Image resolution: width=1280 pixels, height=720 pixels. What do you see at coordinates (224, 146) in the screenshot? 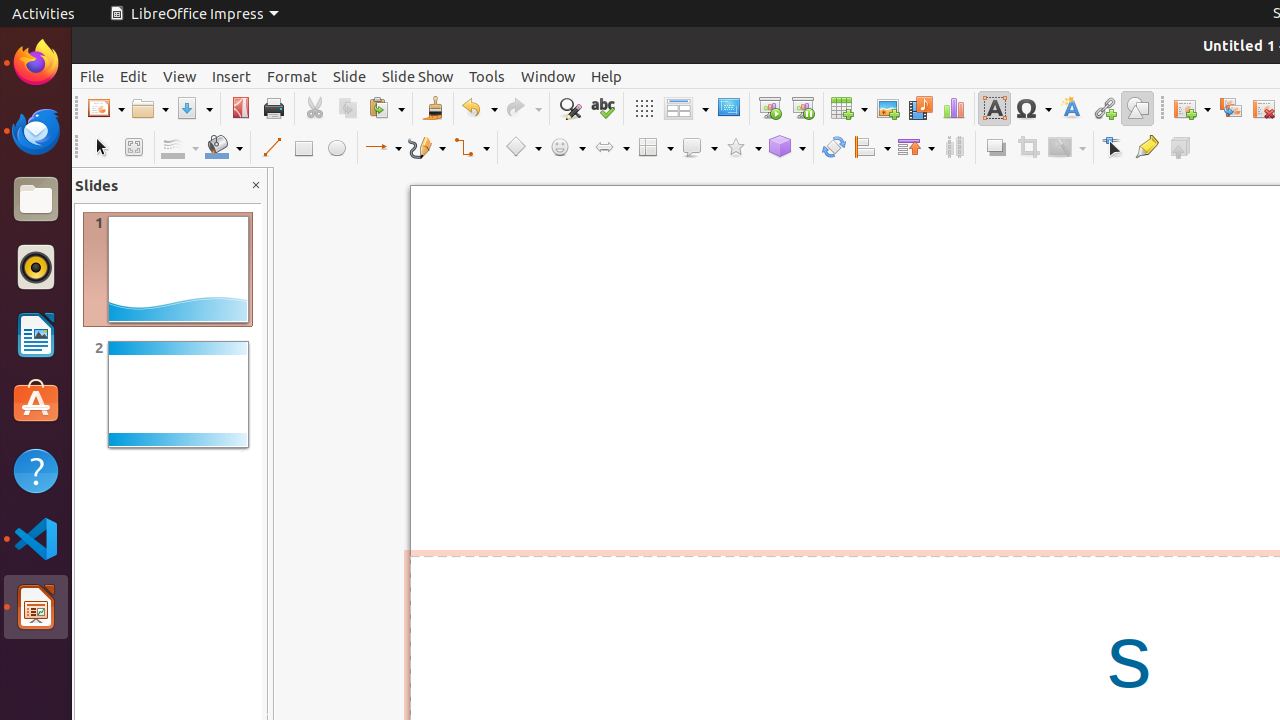
I see `'Fill Color'` at bounding box center [224, 146].